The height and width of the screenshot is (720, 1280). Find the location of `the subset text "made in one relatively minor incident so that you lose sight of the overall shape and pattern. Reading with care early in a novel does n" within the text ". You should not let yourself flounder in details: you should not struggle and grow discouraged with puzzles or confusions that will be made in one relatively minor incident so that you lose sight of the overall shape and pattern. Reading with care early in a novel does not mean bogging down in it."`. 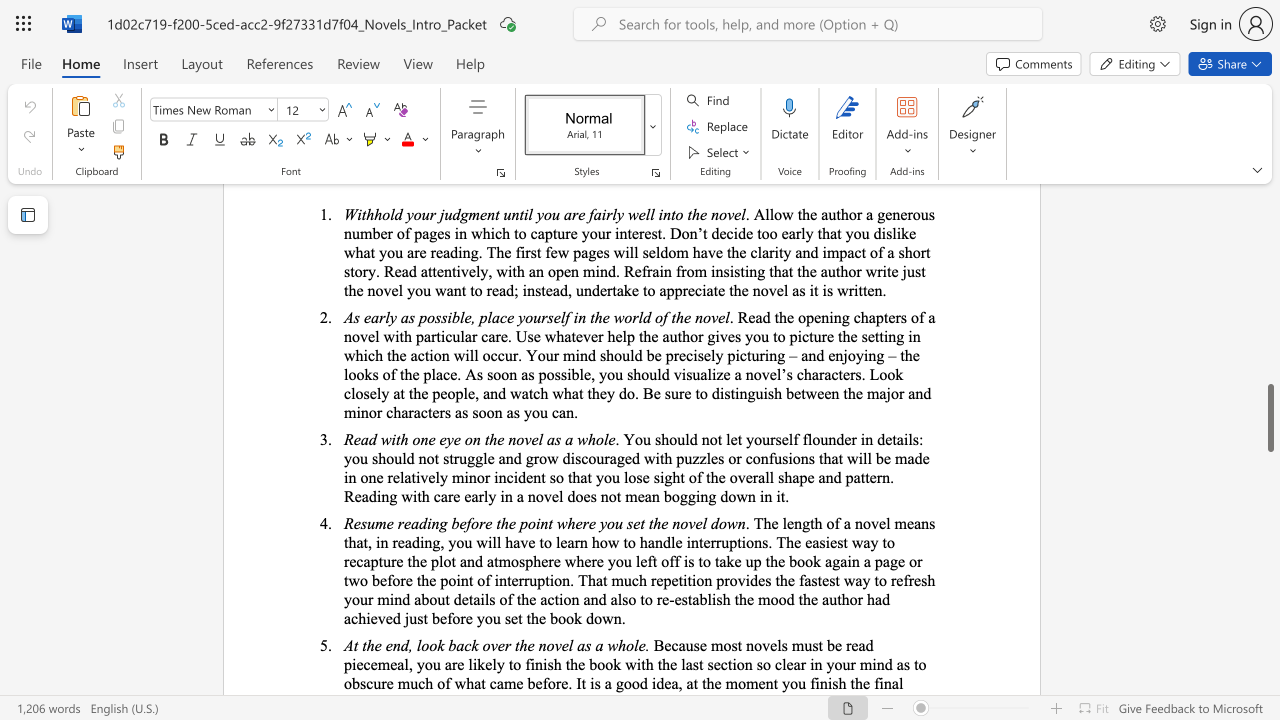

the subset text "made in one relatively minor incident so that you lose sight of the overall shape and pattern. Reading with care early in a novel does n" within the text ". You should not let yourself flounder in details: you should not struggle and grow discouraged with puzzles or confusions that will be made in one relatively minor incident so that you lose sight of the overall shape and pattern. Reading with care early in a novel does not mean bogging down in it." is located at coordinates (893, 458).